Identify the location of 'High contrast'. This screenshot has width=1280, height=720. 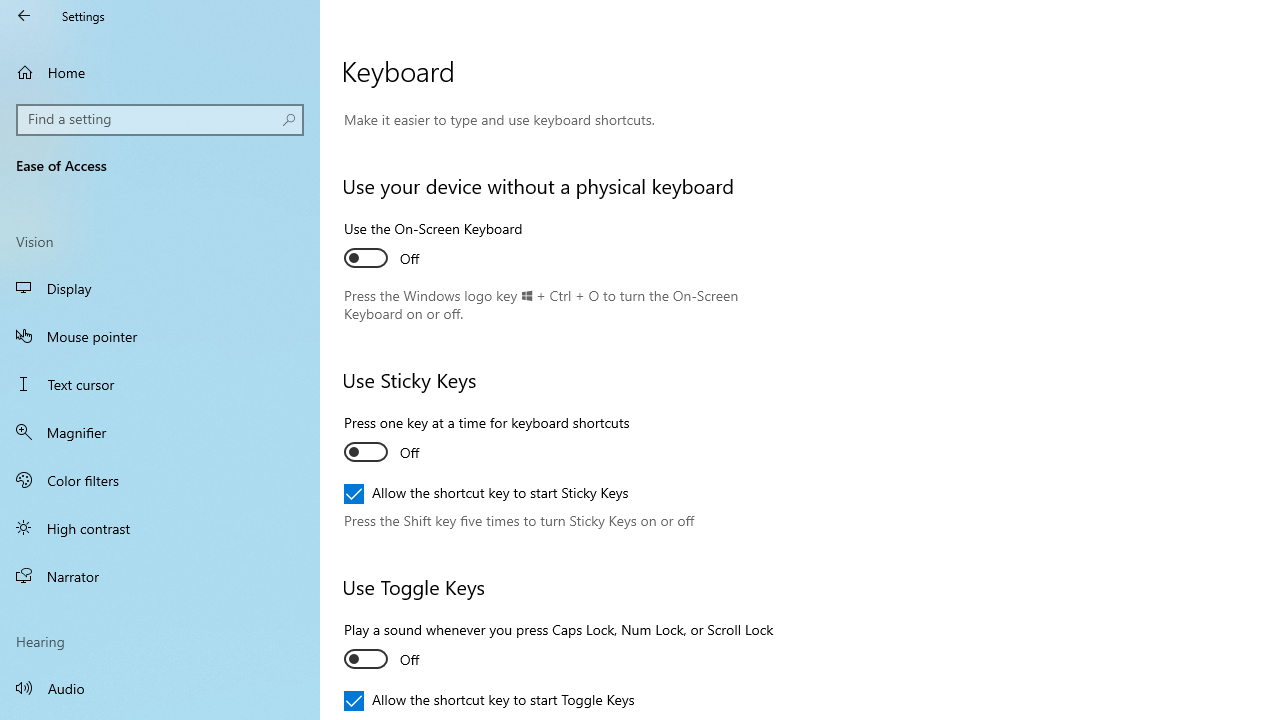
(160, 527).